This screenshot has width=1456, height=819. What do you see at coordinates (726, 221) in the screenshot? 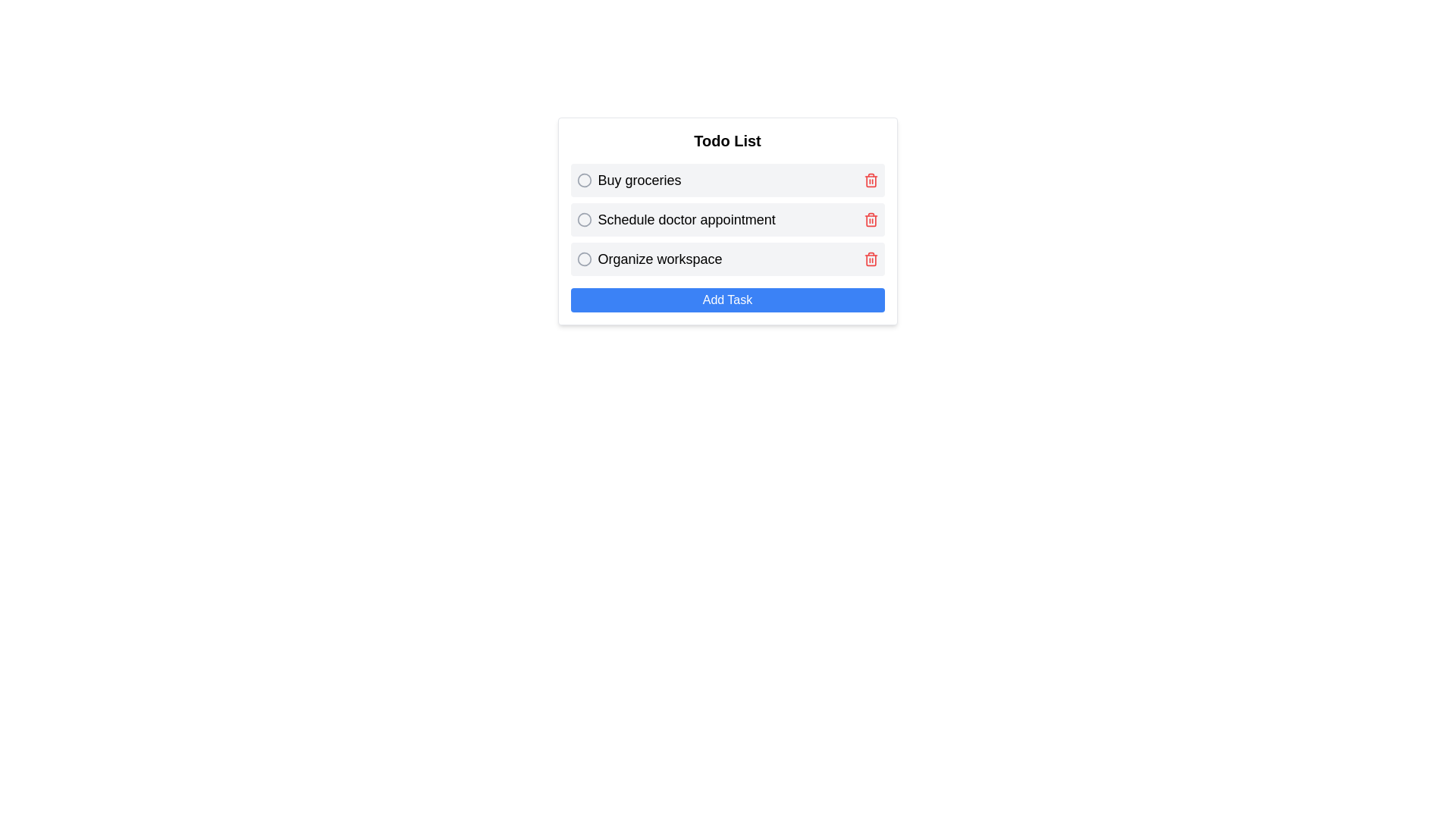
I see `the second task item in the todo list labeled 'Schedule doctor appointment'` at bounding box center [726, 221].